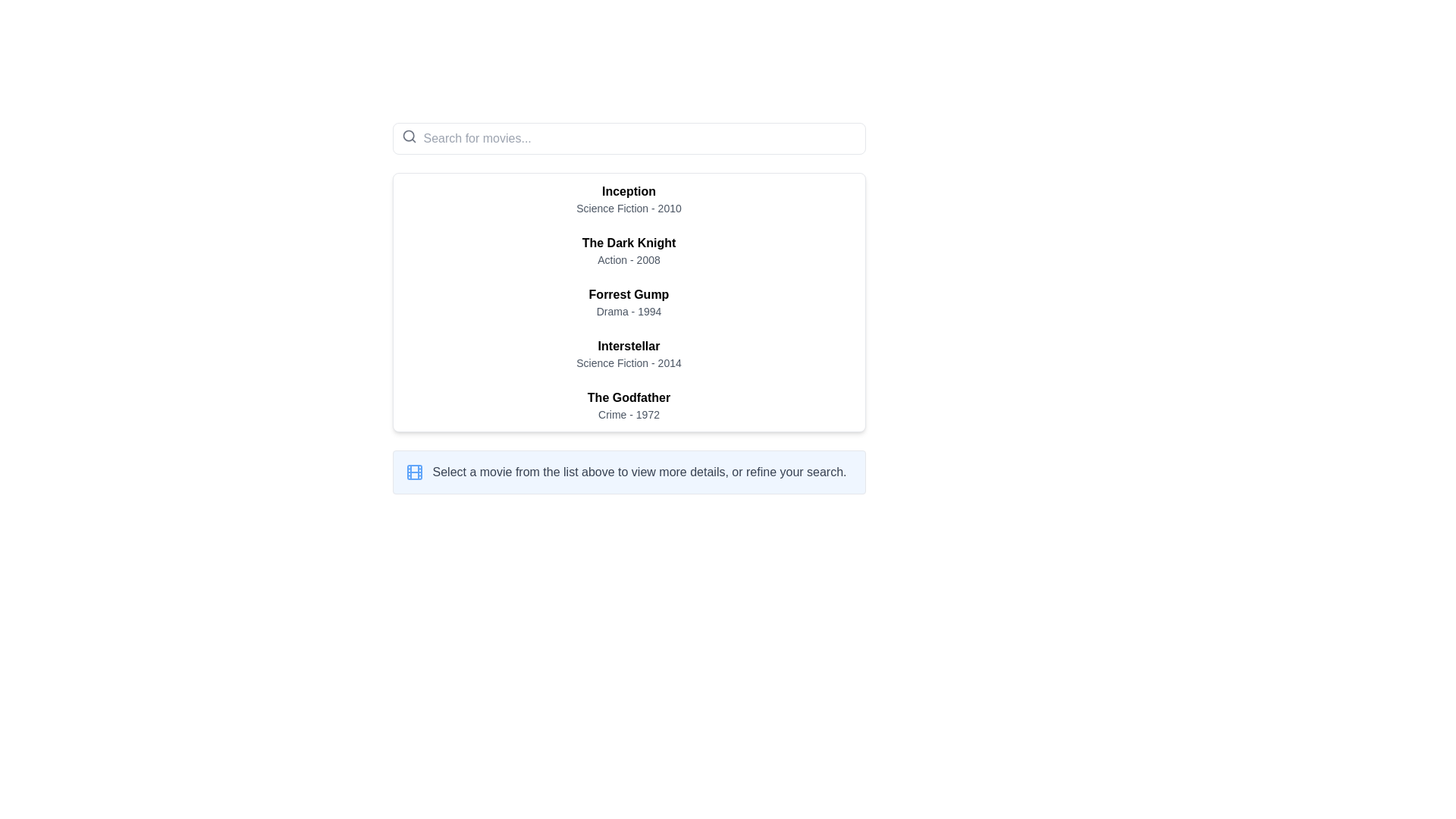 The width and height of the screenshot is (1456, 819). Describe the element at coordinates (639, 472) in the screenshot. I see `the textual message that reads 'Select a movie from the list above` at that location.